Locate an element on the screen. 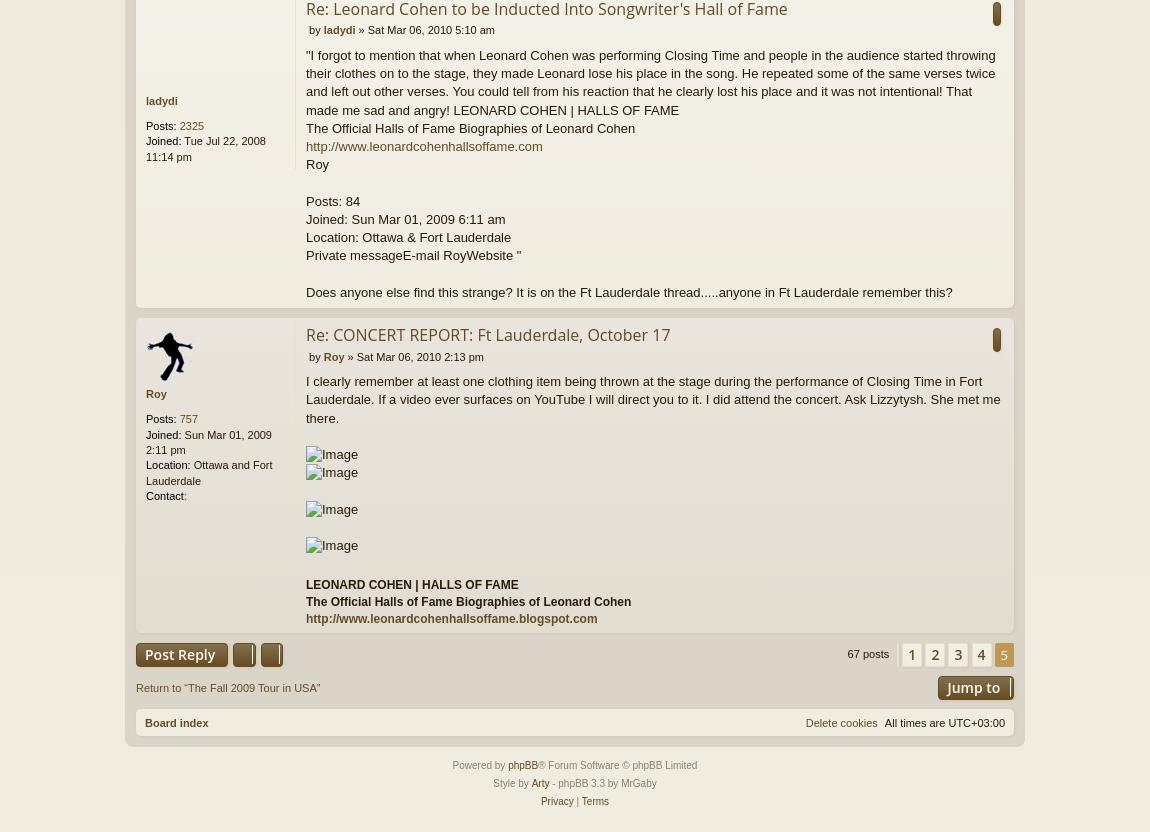  'Arty' is located at coordinates (540, 782).